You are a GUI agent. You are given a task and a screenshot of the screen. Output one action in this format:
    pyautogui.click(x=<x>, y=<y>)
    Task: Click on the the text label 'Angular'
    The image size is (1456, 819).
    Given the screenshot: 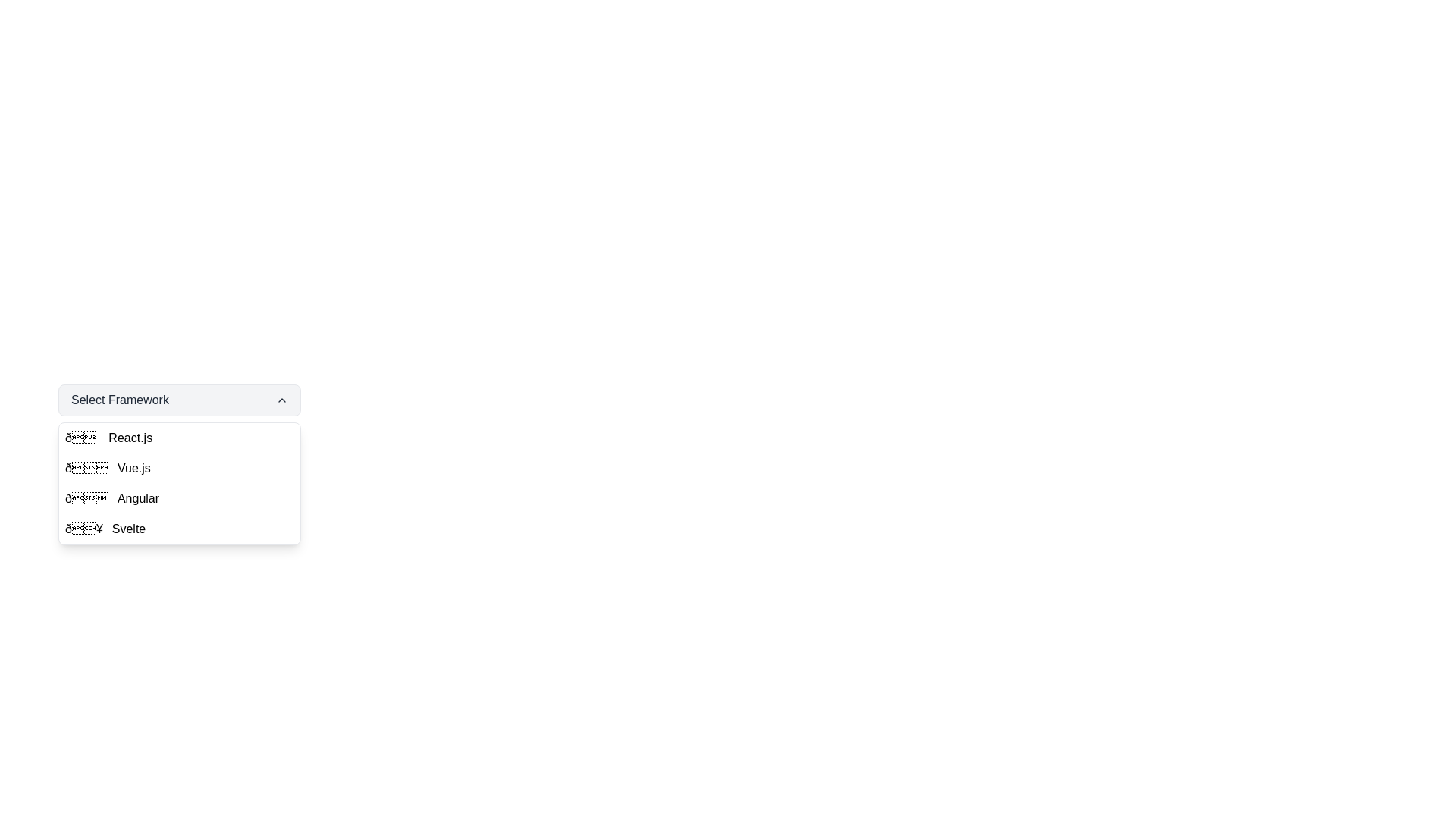 What is the action you would take?
    pyautogui.click(x=138, y=499)
    